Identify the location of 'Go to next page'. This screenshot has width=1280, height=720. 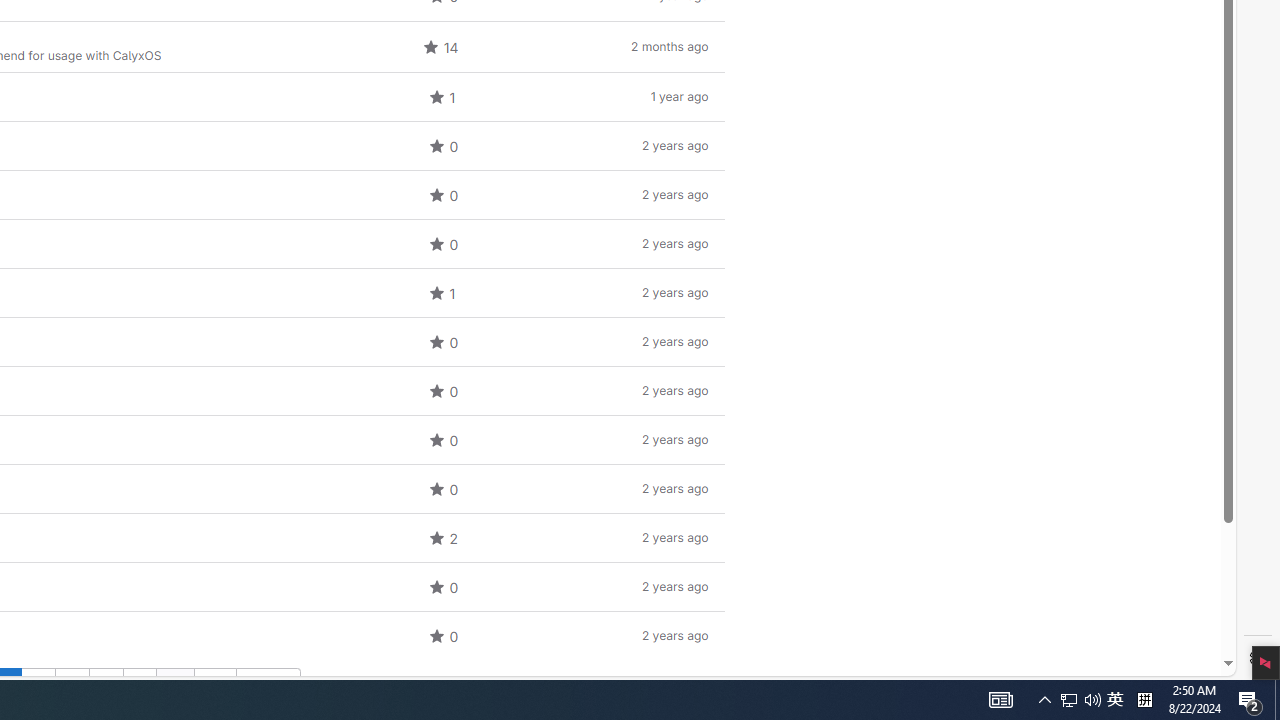
(267, 684).